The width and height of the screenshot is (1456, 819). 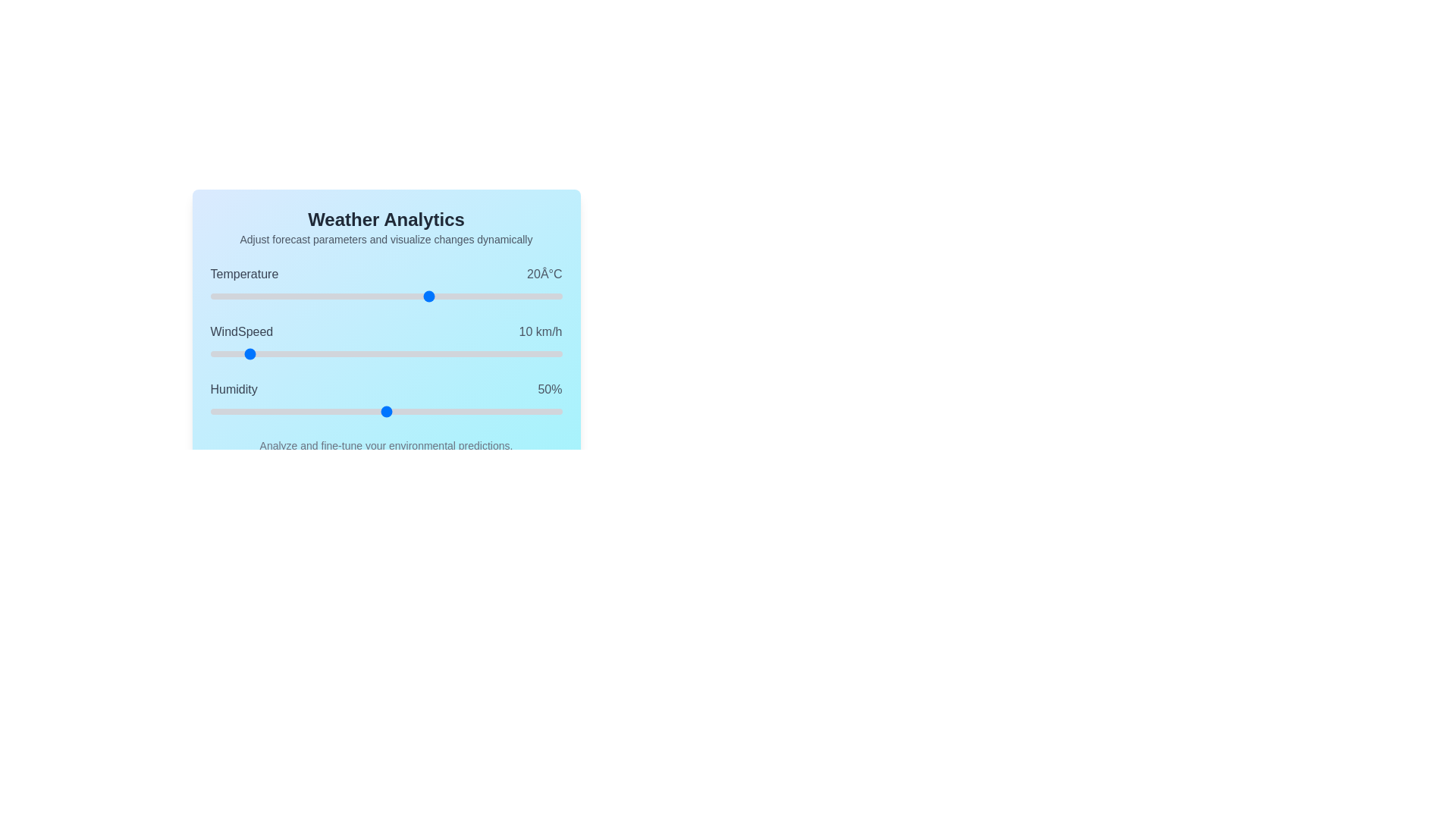 I want to click on the WindSpeed slider to 86 km/h, so click(x=513, y=353).